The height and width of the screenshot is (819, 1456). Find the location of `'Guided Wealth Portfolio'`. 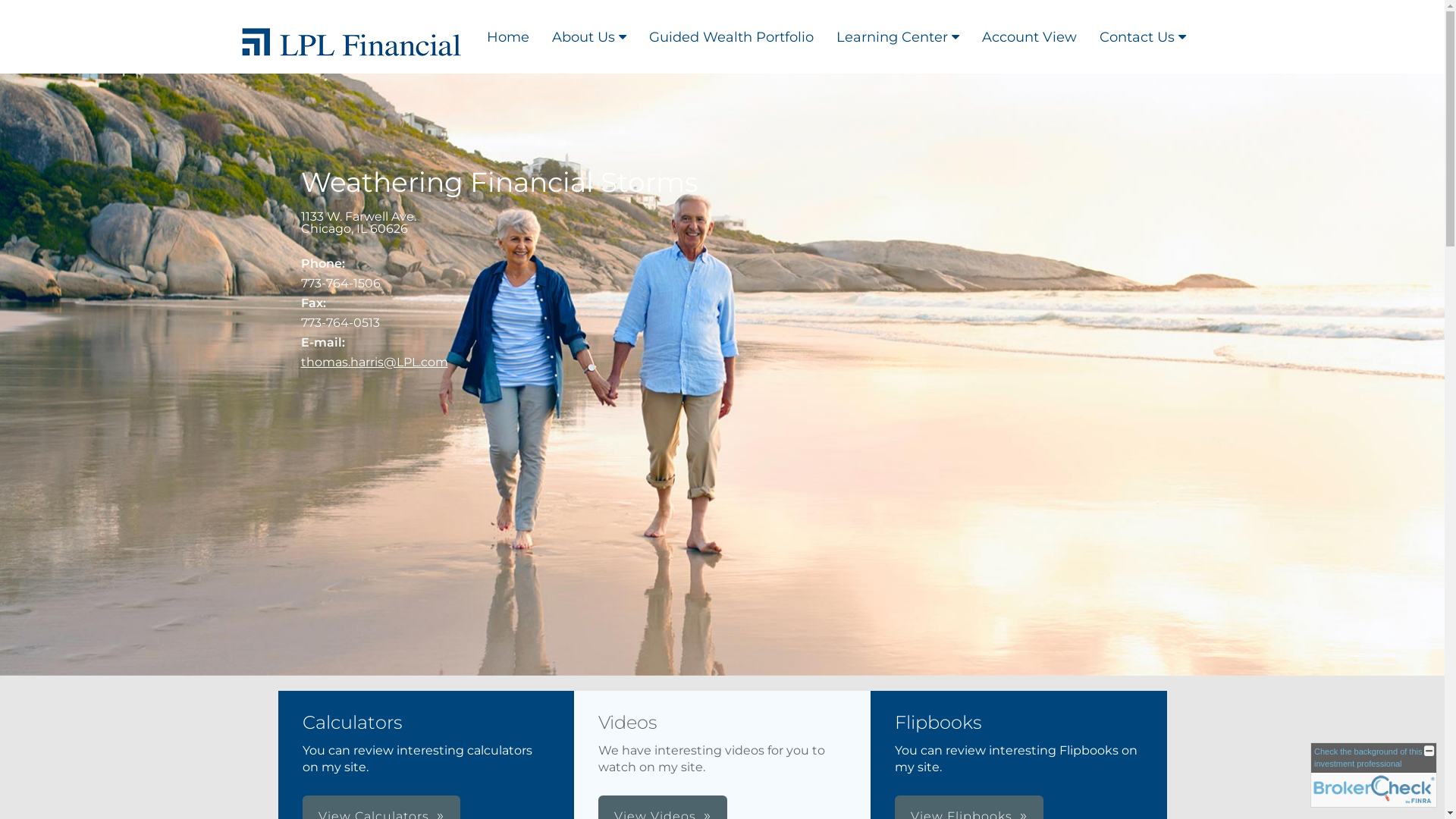

'Guided Wealth Portfolio' is located at coordinates (730, 35).